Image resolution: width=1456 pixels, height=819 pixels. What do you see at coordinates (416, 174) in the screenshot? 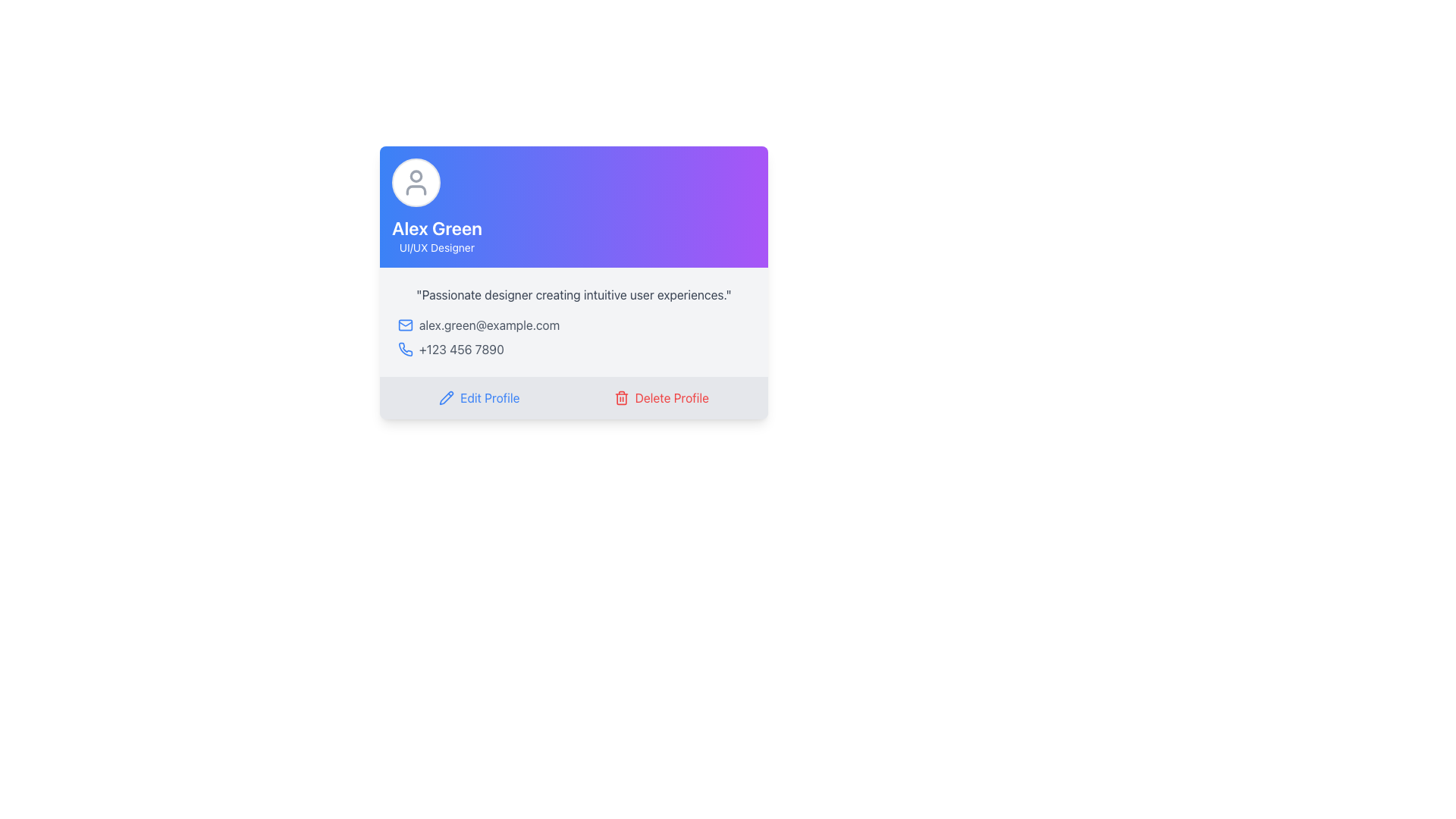
I see `the light gray circular SVG element representing the head in the user profile icon located at the top-left of the card interface` at bounding box center [416, 174].